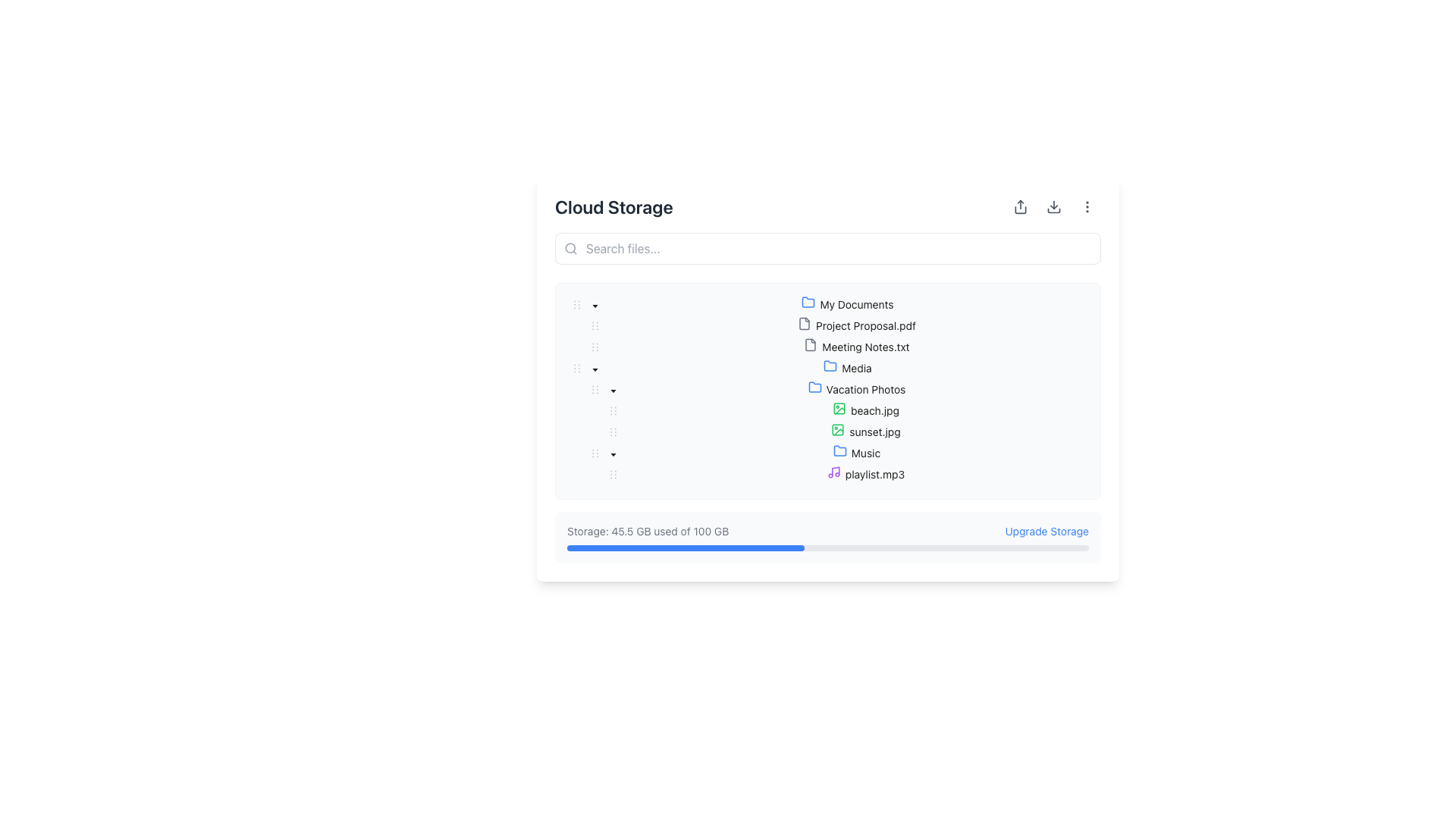 This screenshot has height=819, width=1456. Describe the element at coordinates (595, 325) in the screenshot. I see `the draggable handle icon located on the left side of a folder or file entry` at that location.